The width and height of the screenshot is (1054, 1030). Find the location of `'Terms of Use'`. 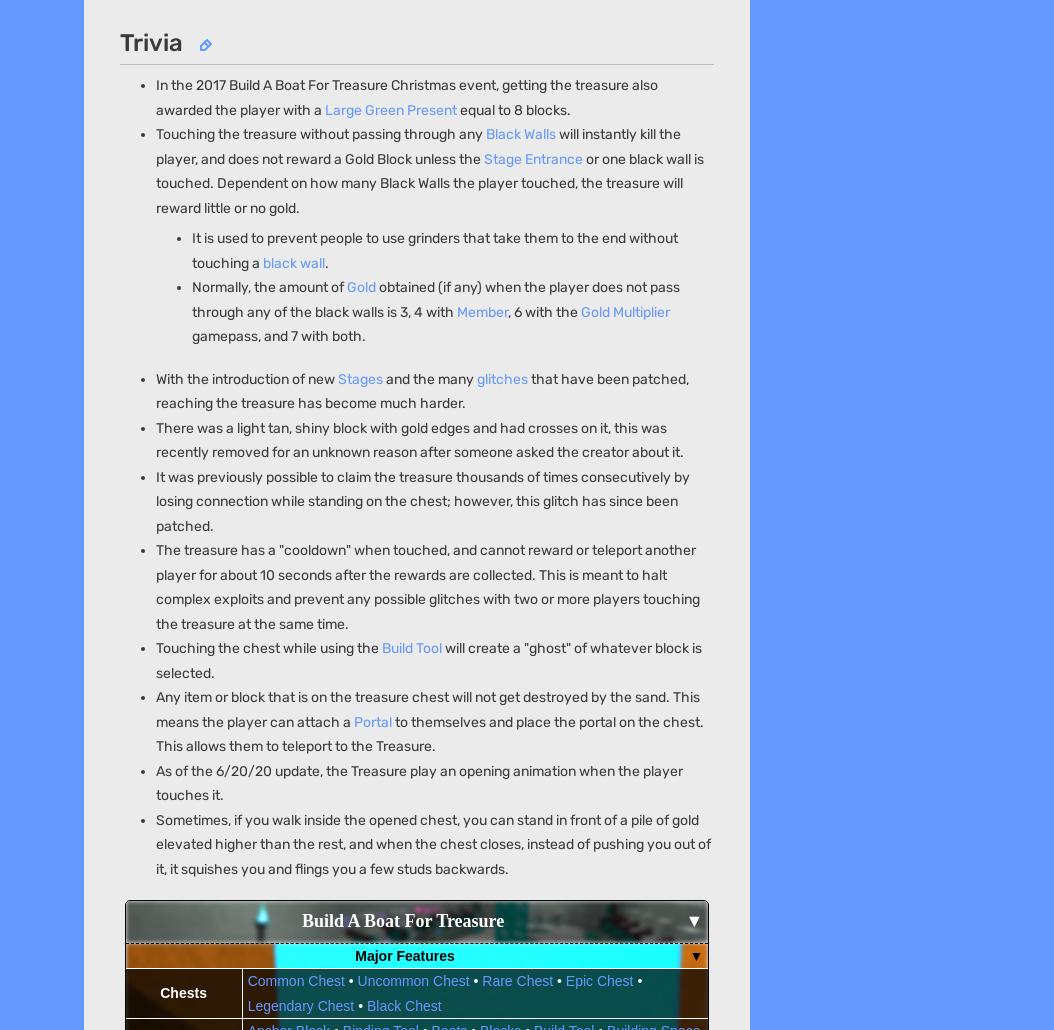

'Terms of Use' is located at coordinates (473, 178).